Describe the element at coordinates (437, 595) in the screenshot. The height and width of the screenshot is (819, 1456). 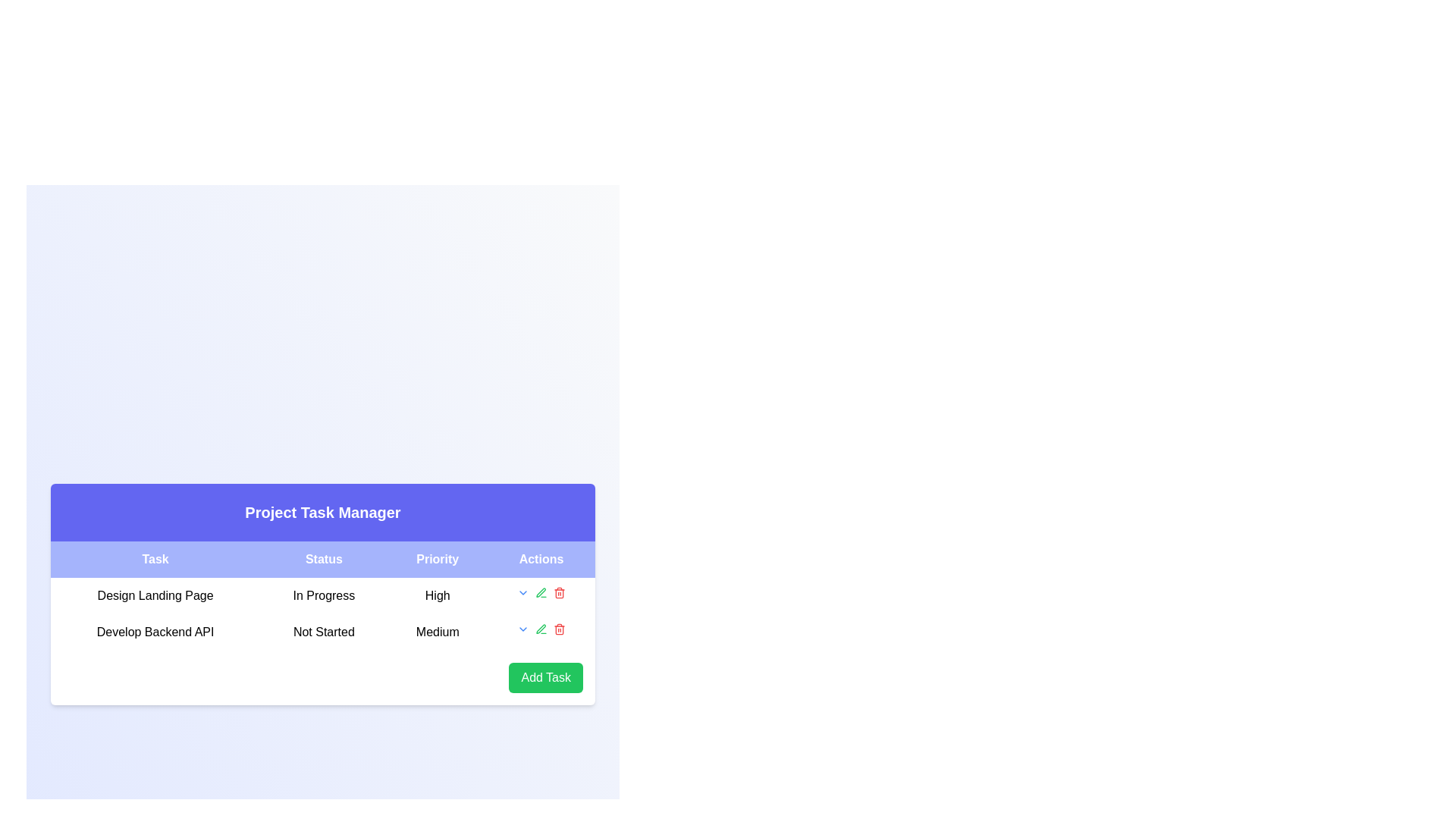
I see `text label displaying 'High' in the Priority column of the task 'Design Landing Page' to understand the priority level` at that location.